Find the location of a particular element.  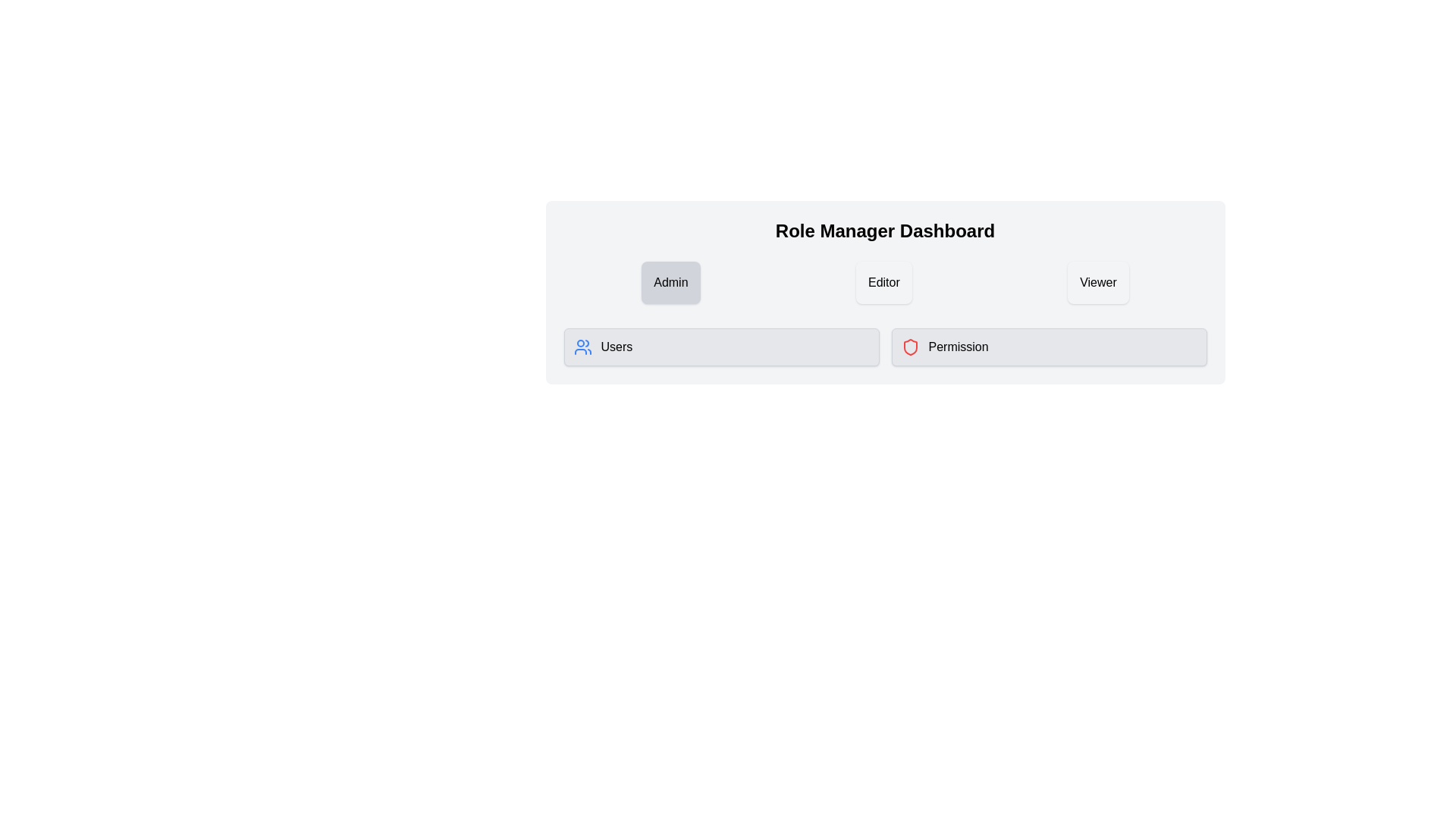

the first button in the grid layout that allows users is located at coordinates (720, 347).